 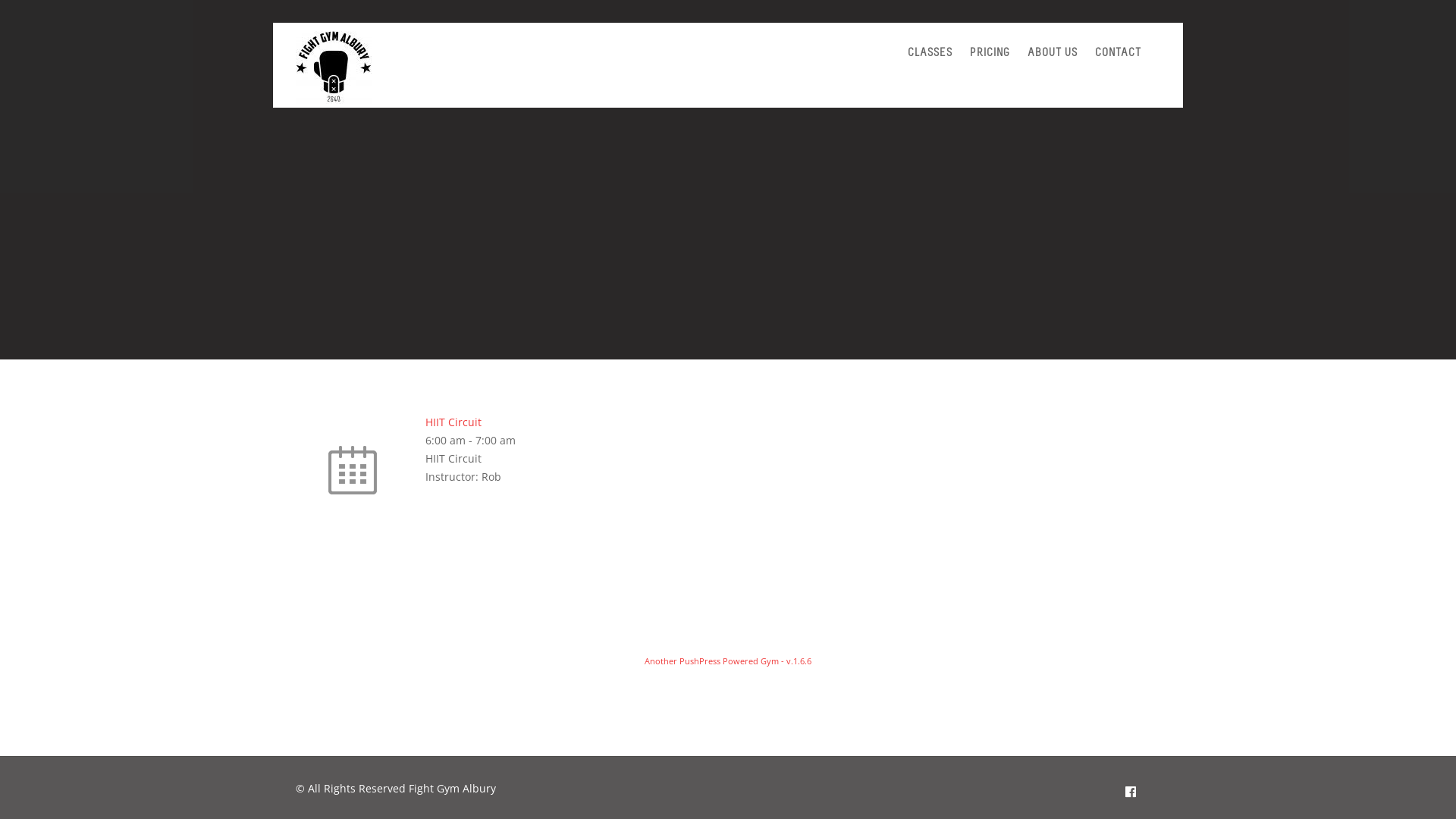 What do you see at coordinates (728, 660) in the screenshot?
I see `'Another PushPress Powered Gym - v.1.6.6'` at bounding box center [728, 660].